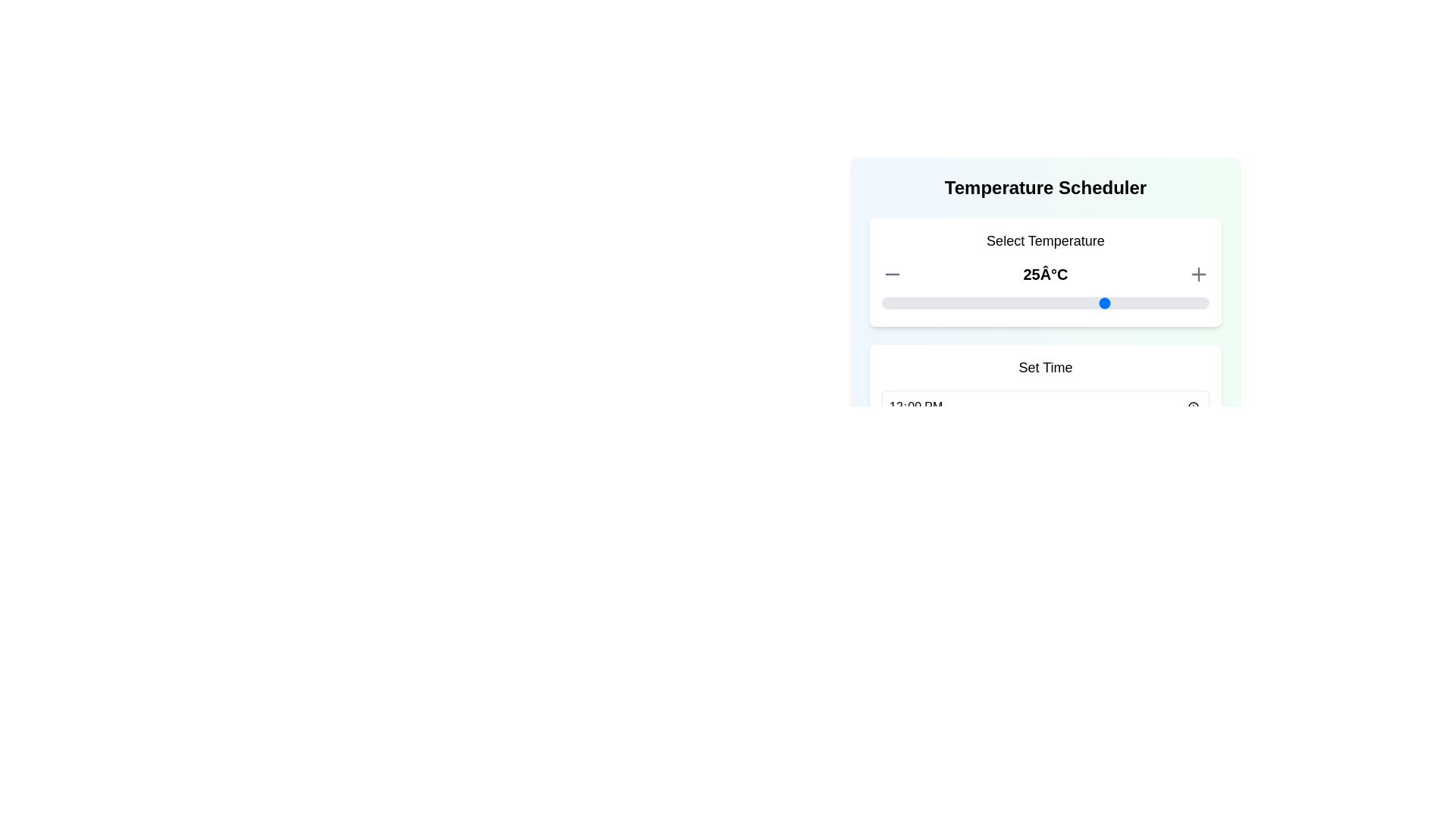 This screenshot has height=819, width=1456. What do you see at coordinates (1144, 303) in the screenshot?
I see `the temperature slider` at bounding box center [1144, 303].